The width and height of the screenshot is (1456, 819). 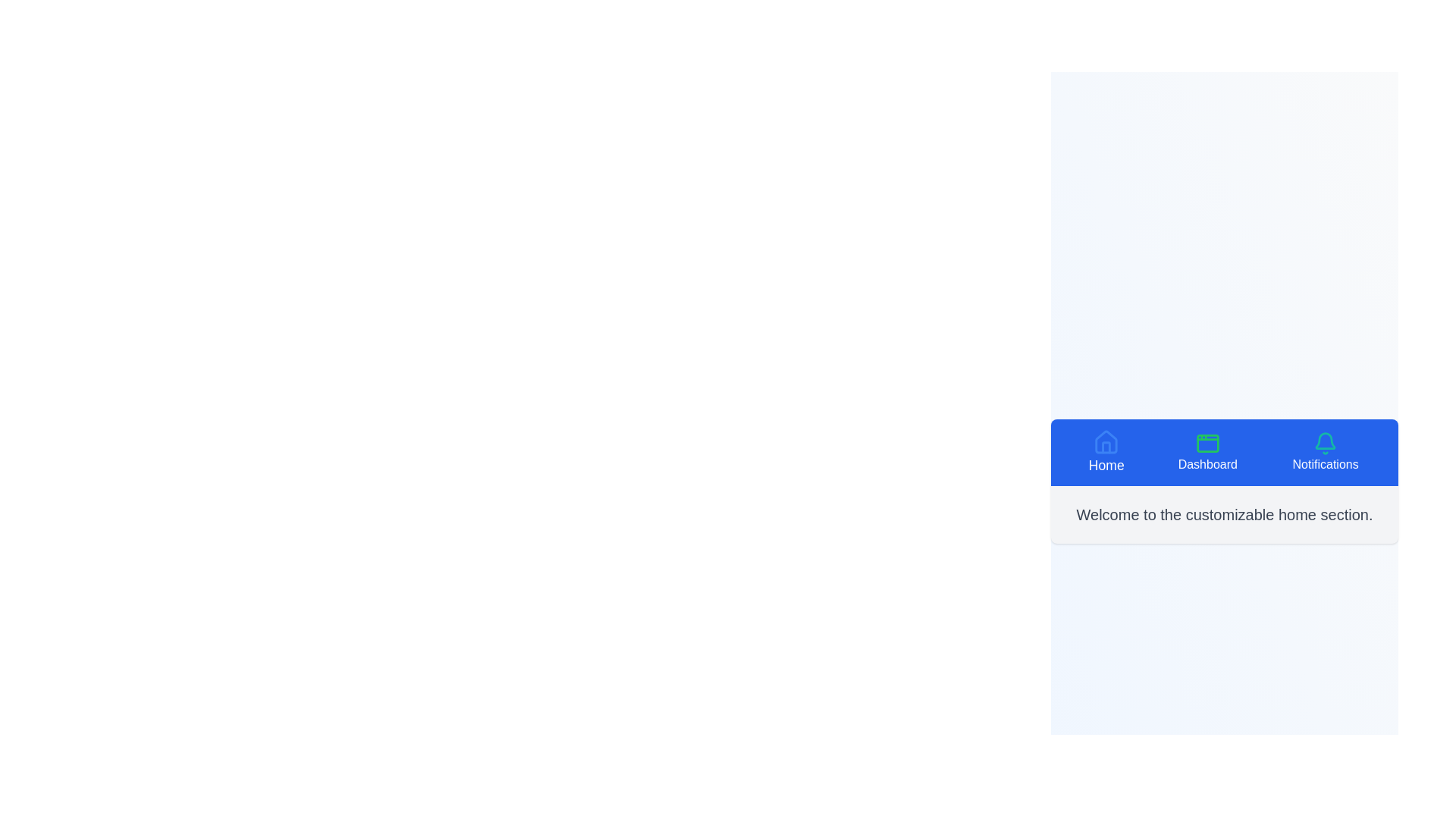 What do you see at coordinates (1325, 452) in the screenshot?
I see `the Notifications tab in the IconicTabs component` at bounding box center [1325, 452].